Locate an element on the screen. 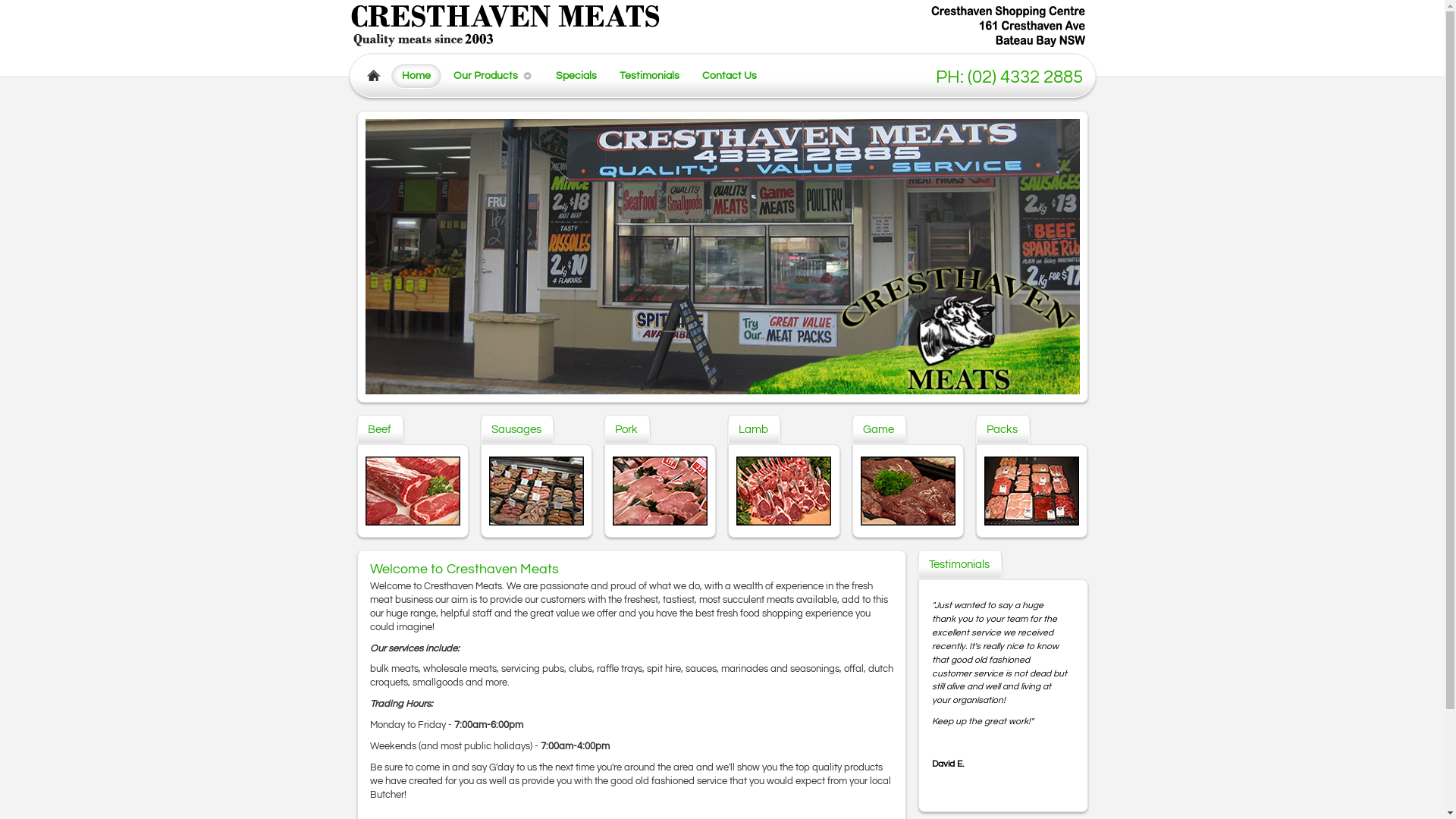 Image resolution: width=1456 pixels, height=819 pixels. 'Our Products' is located at coordinates (487, 75).